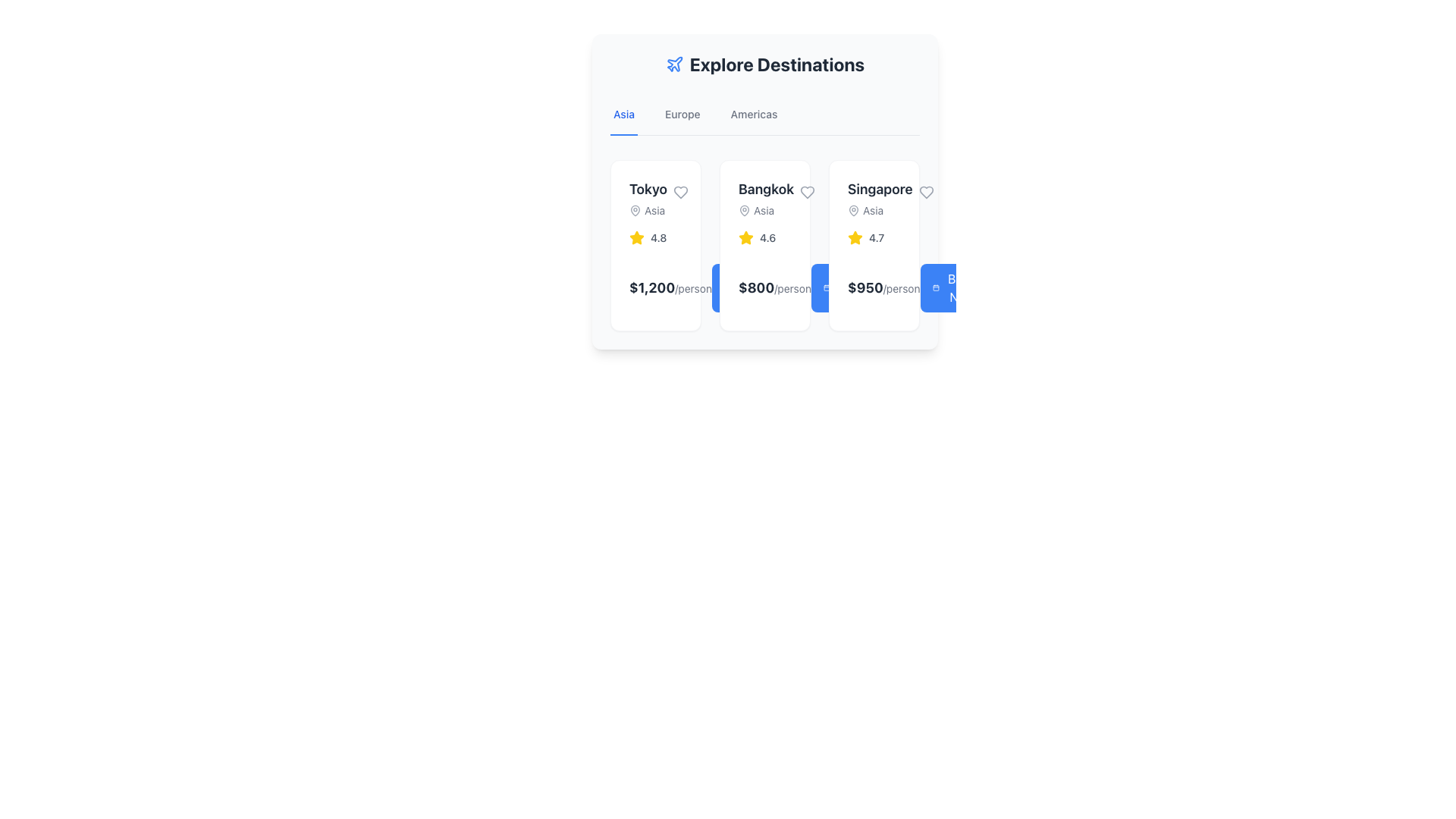  What do you see at coordinates (807, 192) in the screenshot?
I see `the second heart icon button indicating a favorite functionality for Bangkok` at bounding box center [807, 192].